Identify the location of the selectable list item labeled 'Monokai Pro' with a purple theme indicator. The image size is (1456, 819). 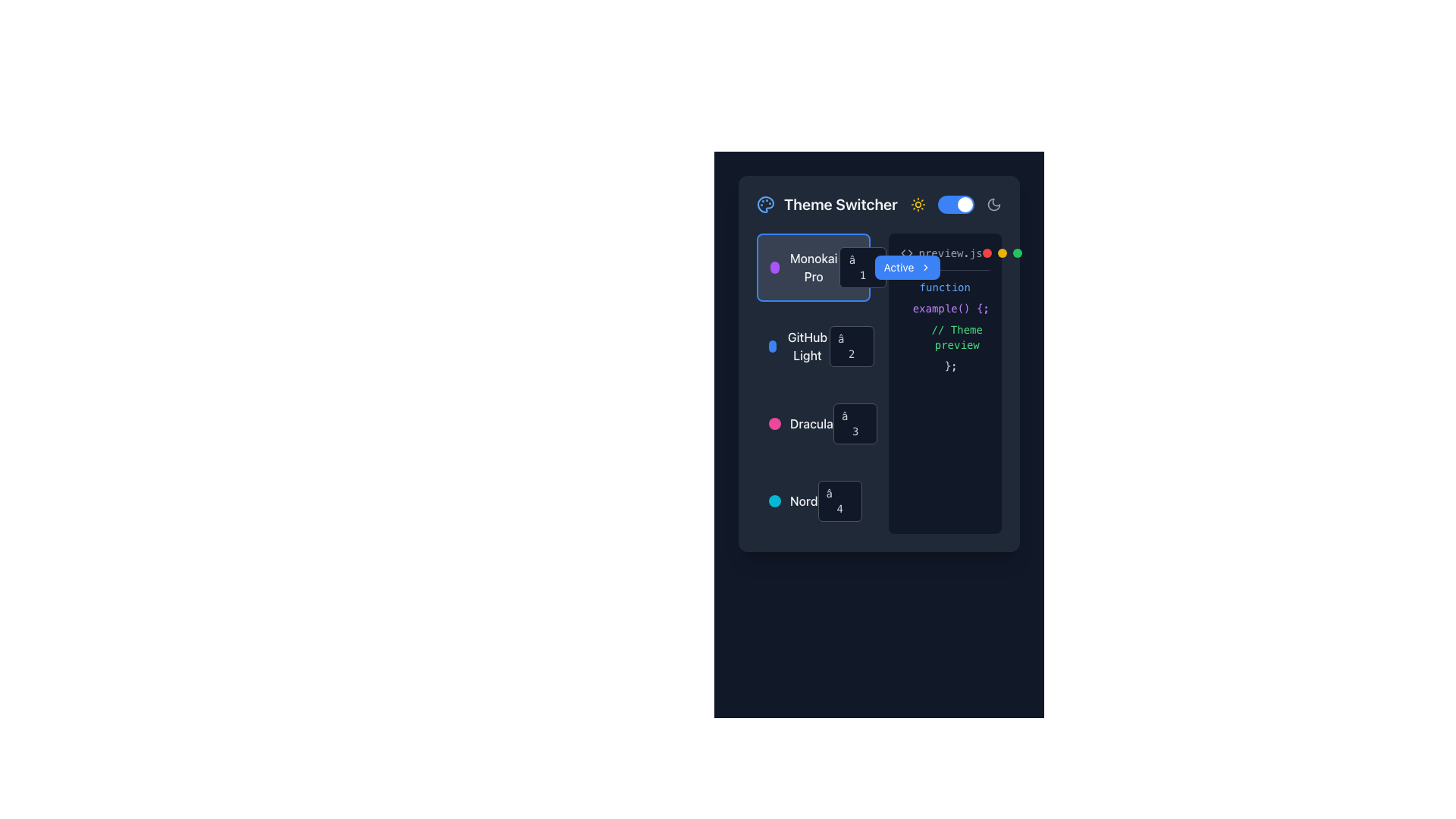
(804, 267).